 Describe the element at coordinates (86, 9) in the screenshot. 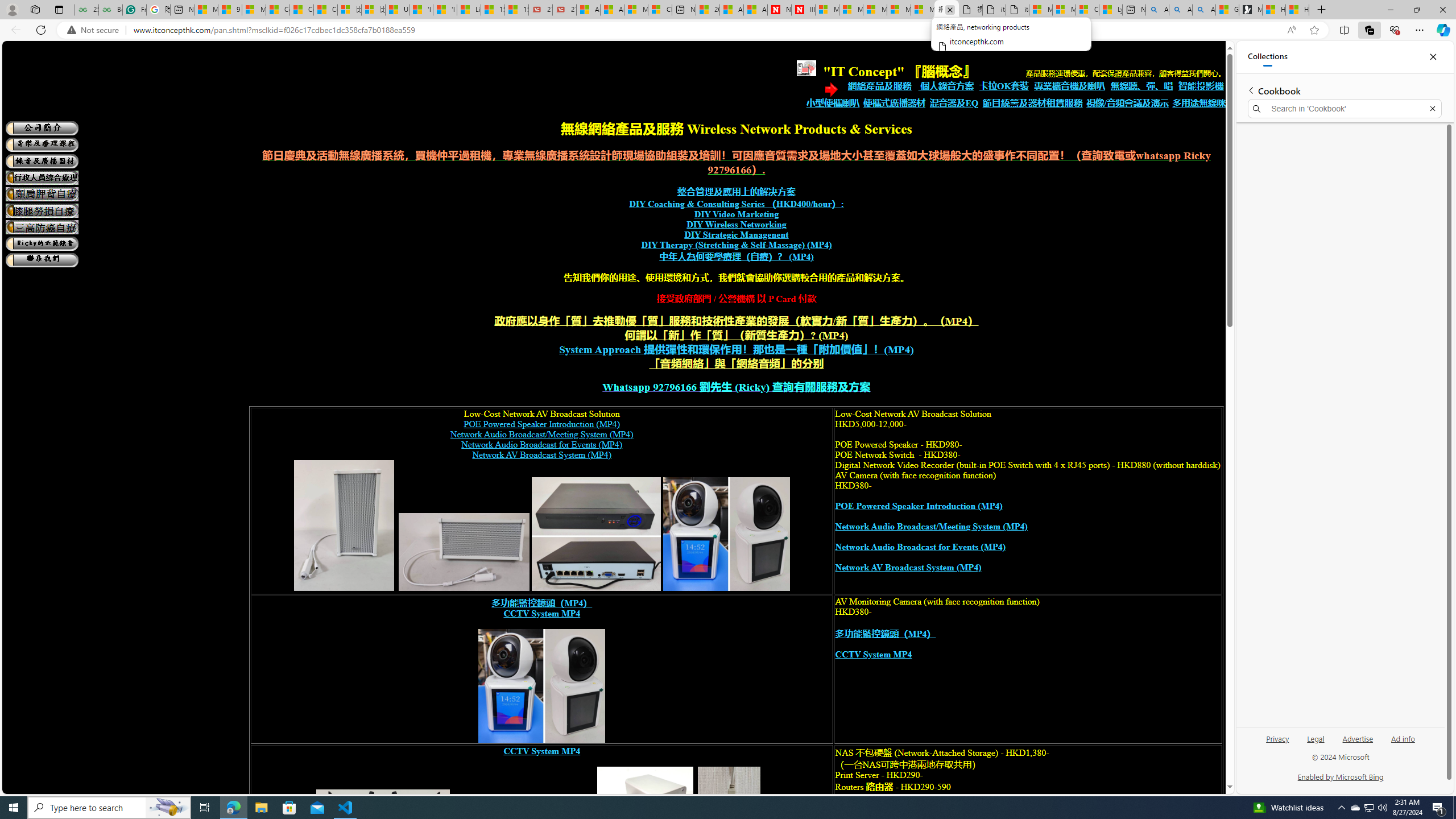

I see `'25 Basic Linux Commands For Beginners - GeeksforGeeks'` at that location.